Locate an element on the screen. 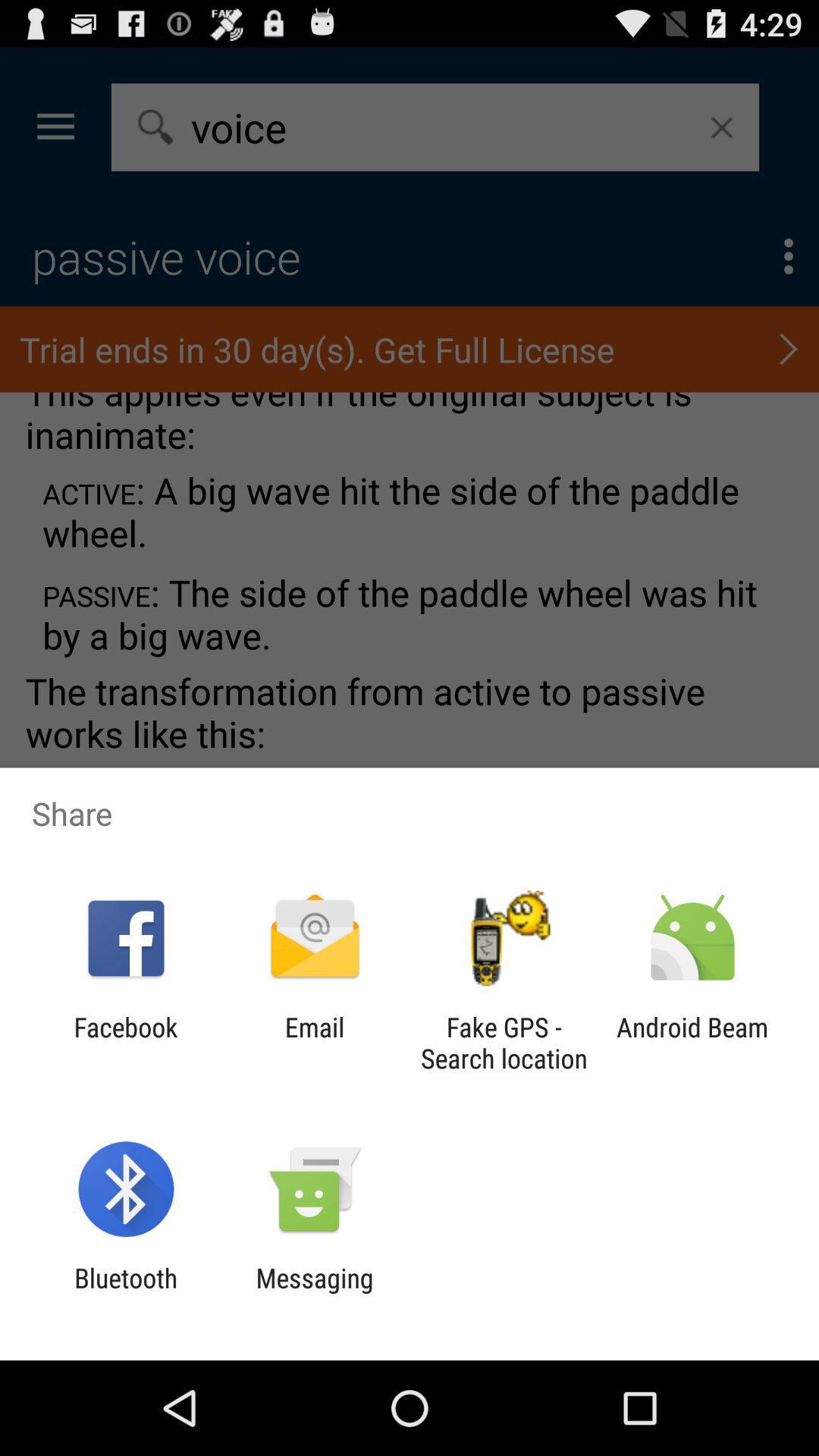 This screenshot has width=819, height=1456. fake gps search is located at coordinates (504, 1042).